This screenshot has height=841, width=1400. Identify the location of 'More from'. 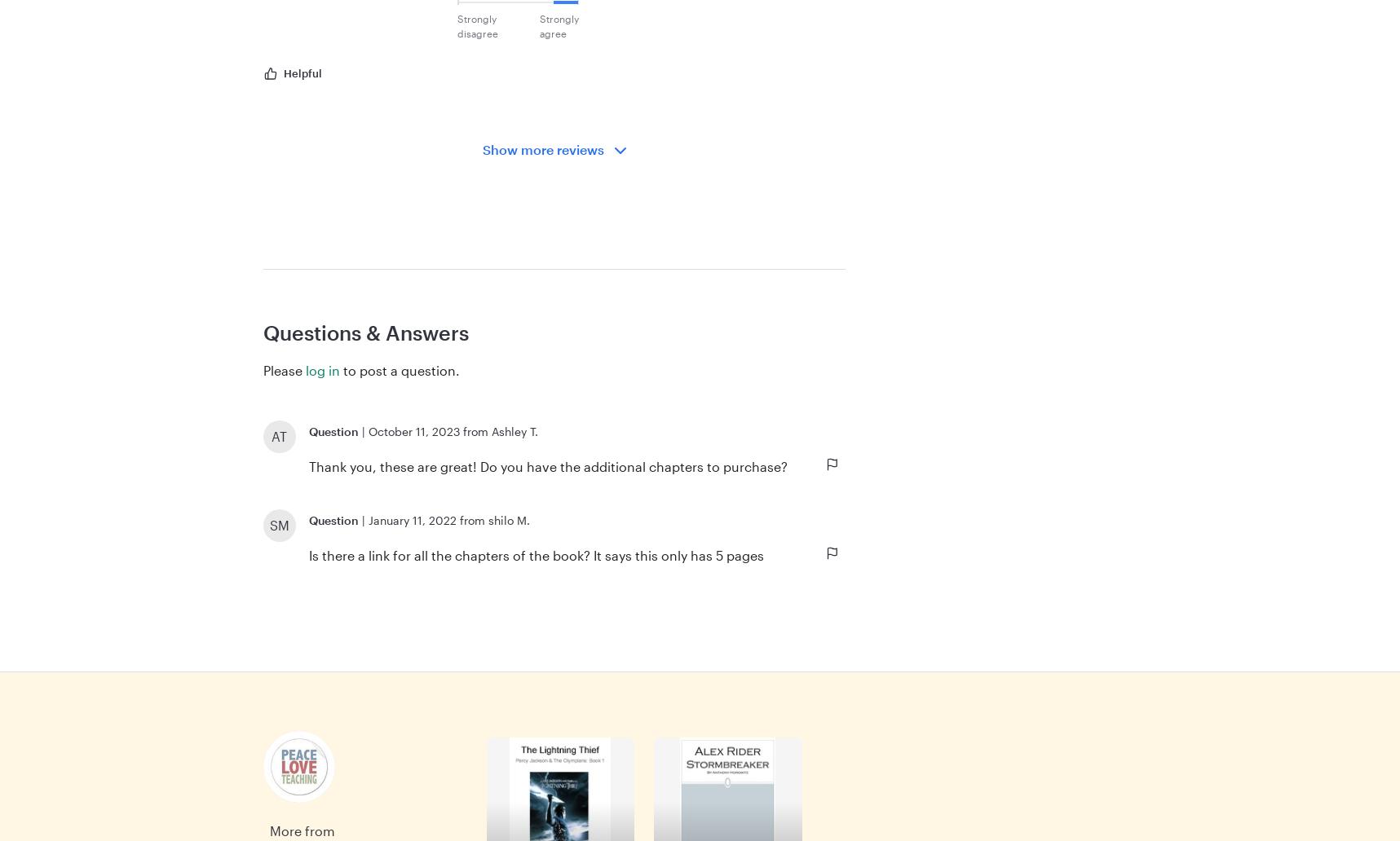
(302, 830).